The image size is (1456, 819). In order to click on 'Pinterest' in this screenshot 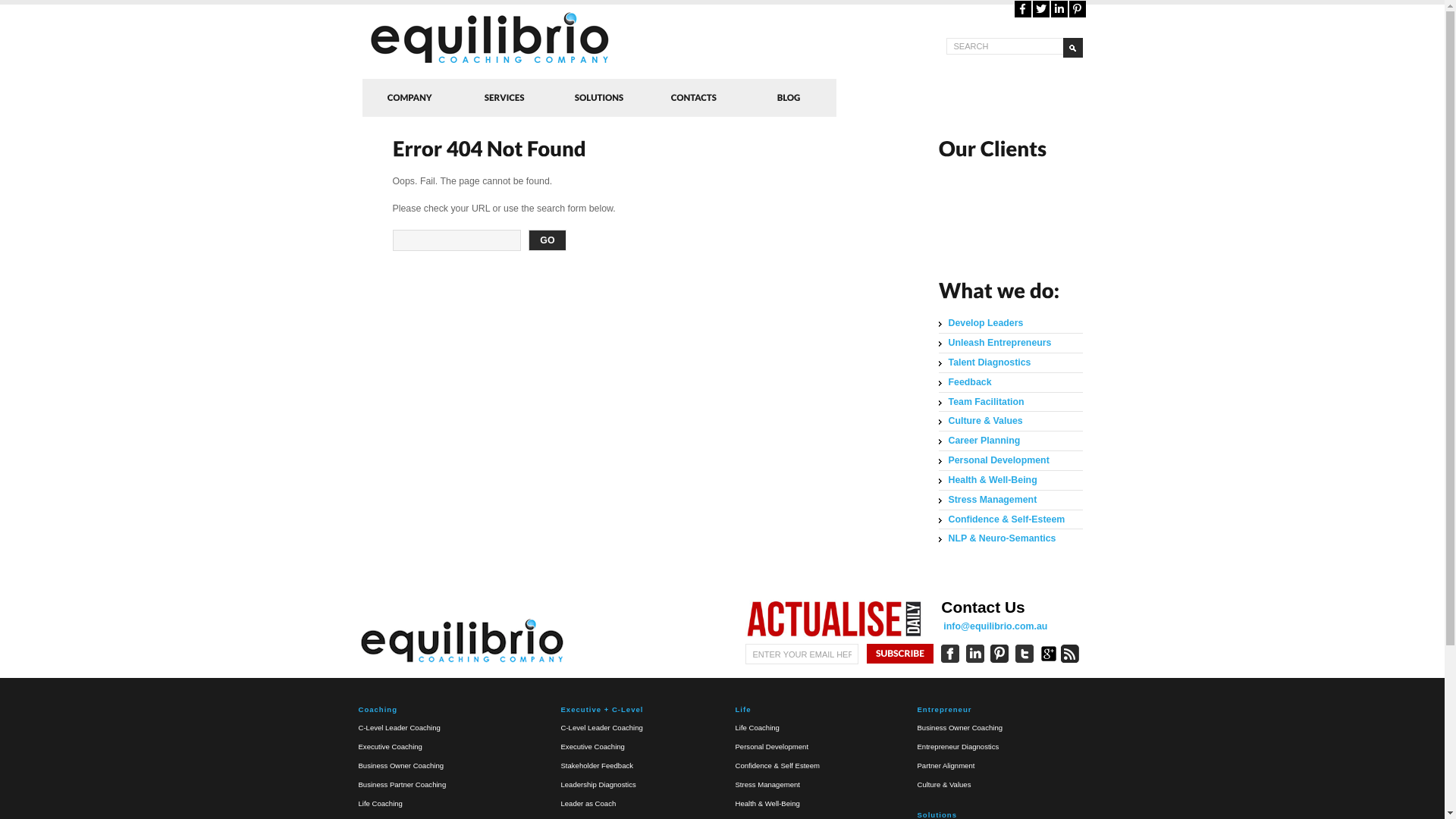, I will do `click(1076, 8)`.